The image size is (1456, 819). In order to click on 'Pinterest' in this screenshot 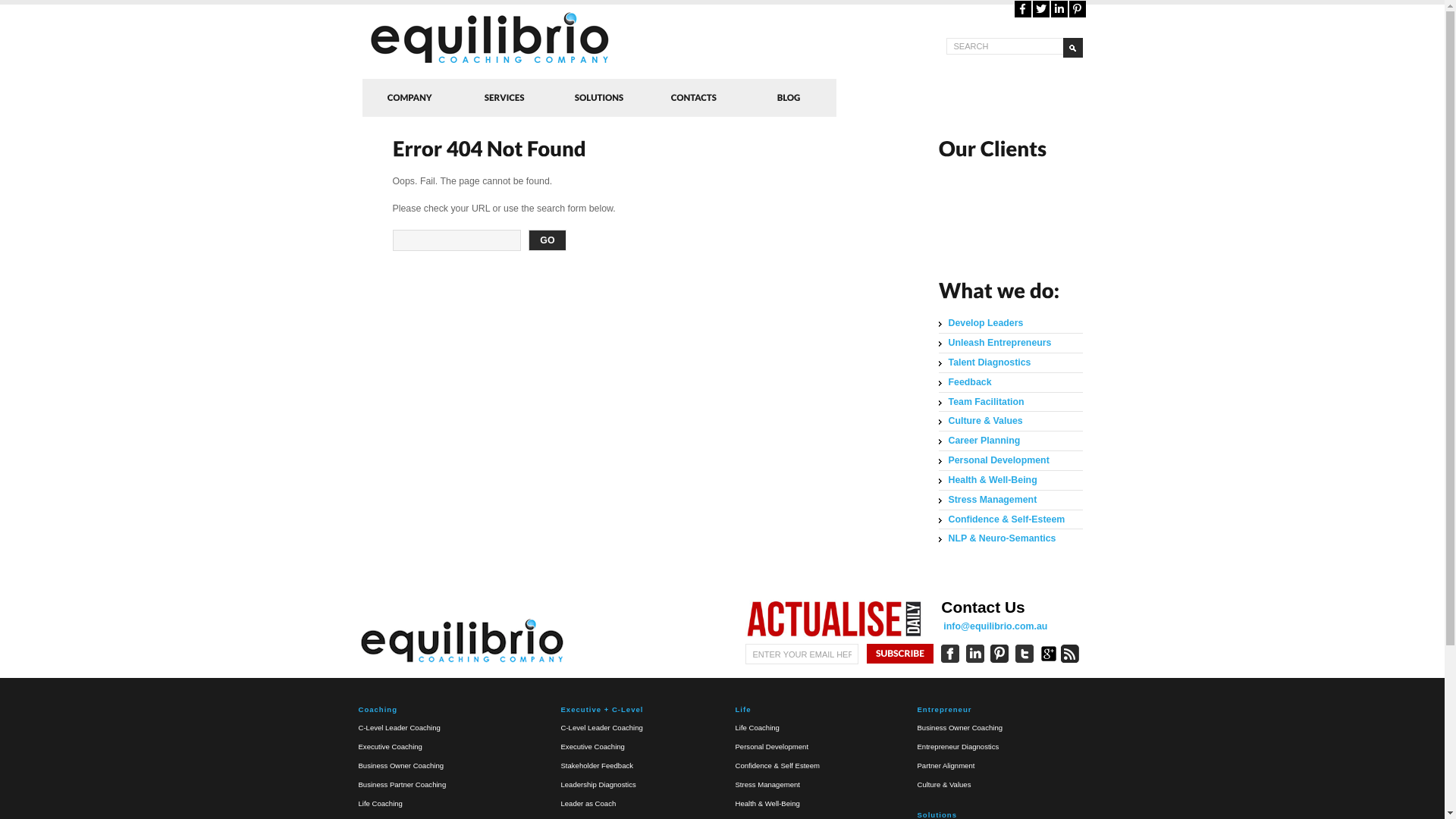, I will do `click(1076, 8)`.